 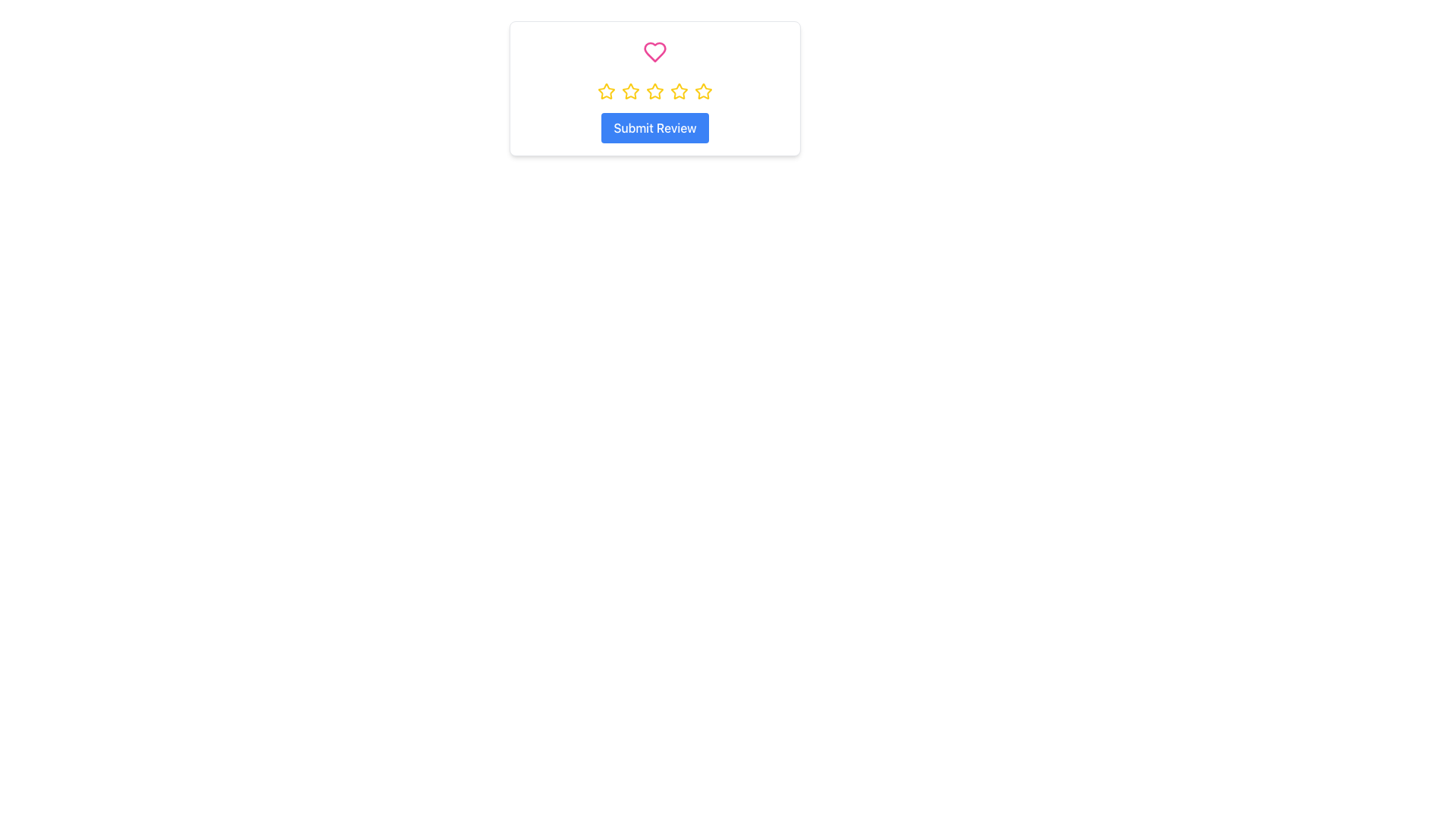 What do you see at coordinates (655, 127) in the screenshot?
I see `the 'Submit Review' button, which is a rectangular button with a blue background and white text, located below a row of yellow star icons` at bounding box center [655, 127].